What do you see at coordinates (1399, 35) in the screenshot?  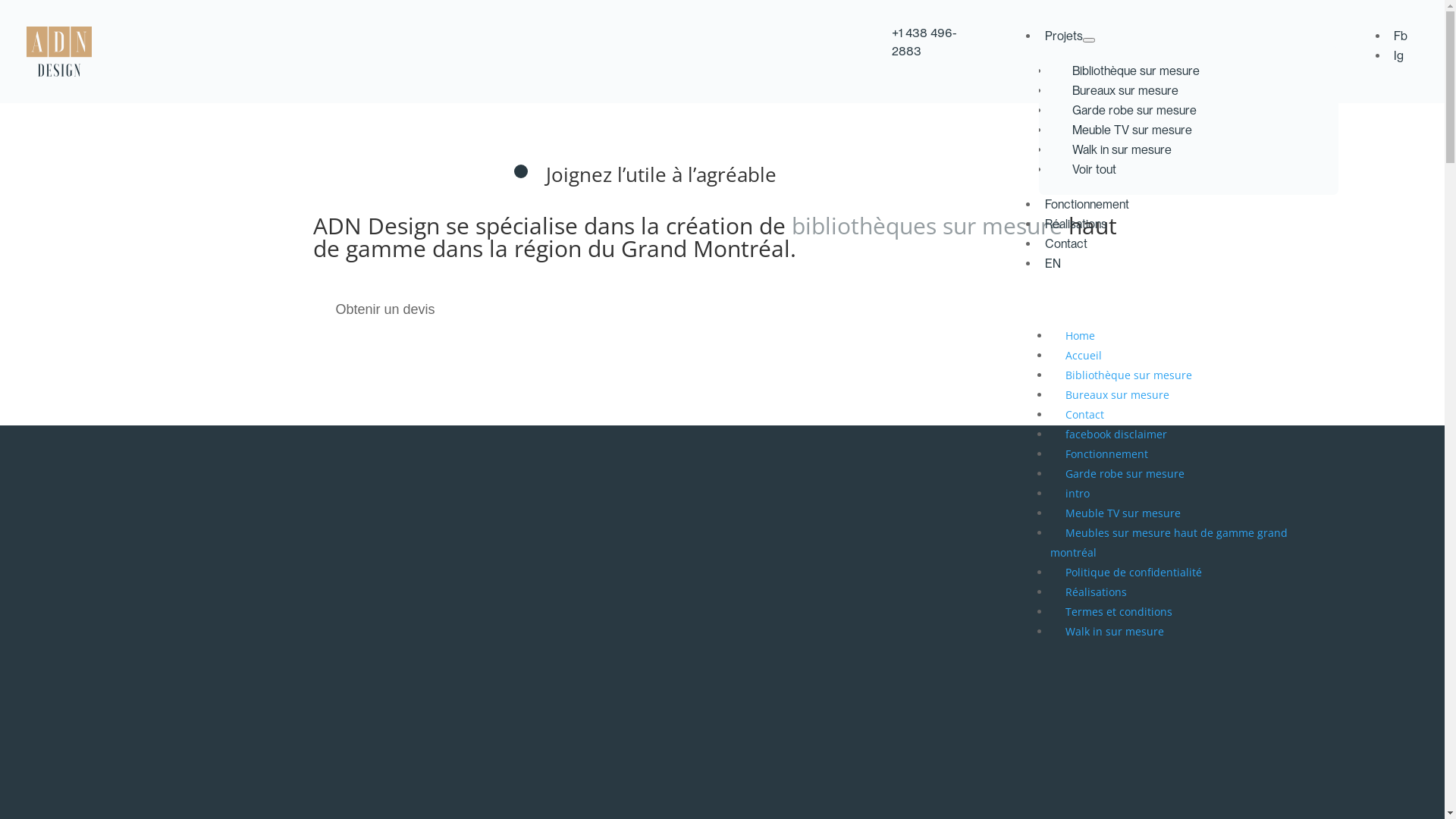 I see `'Fb'` at bounding box center [1399, 35].